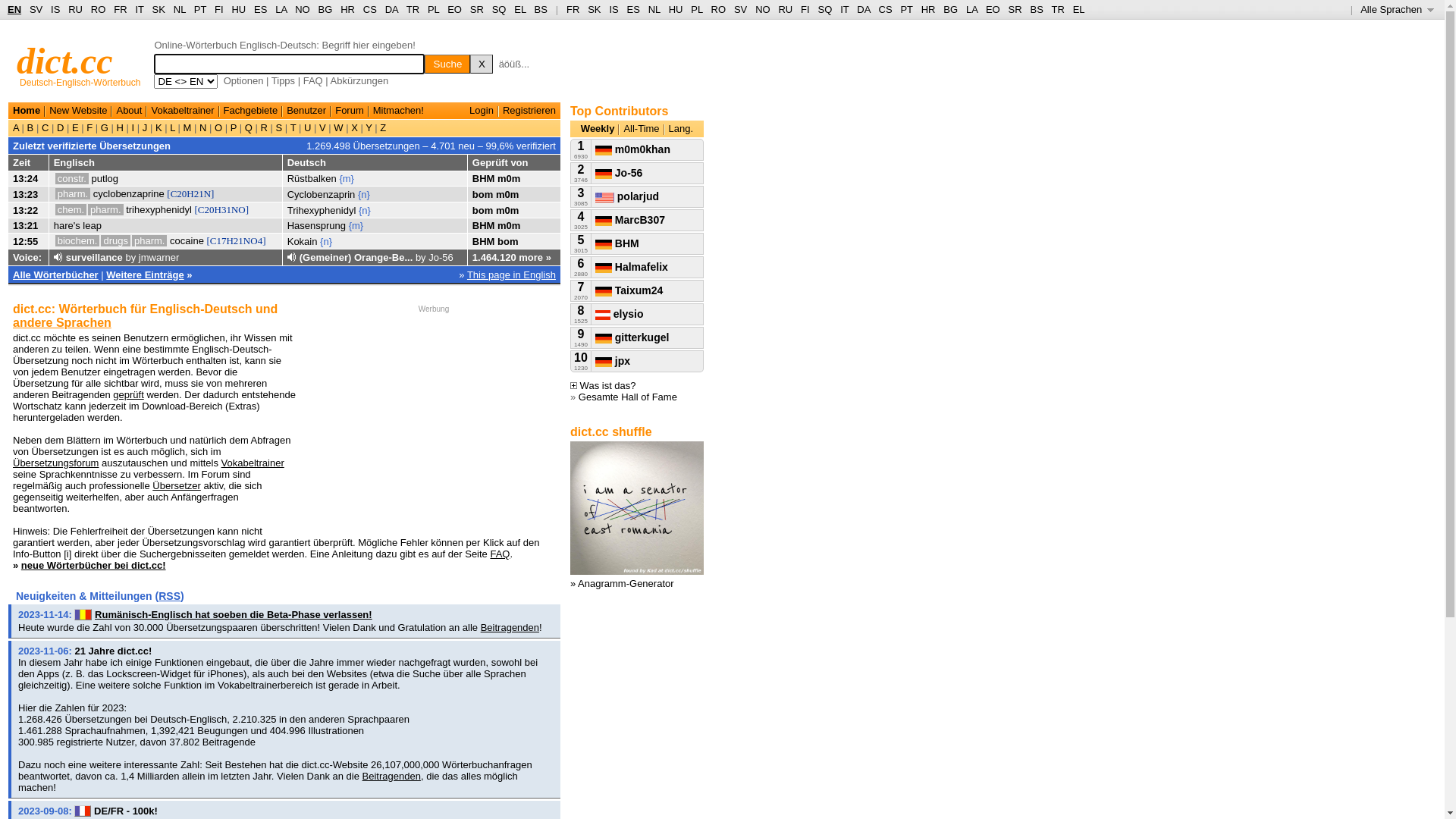 This screenshot has height=819, width=1456. What do you see at coordinates (172, 127) in the screenshot?
I see `'L'` at bounding box center [172, 127].